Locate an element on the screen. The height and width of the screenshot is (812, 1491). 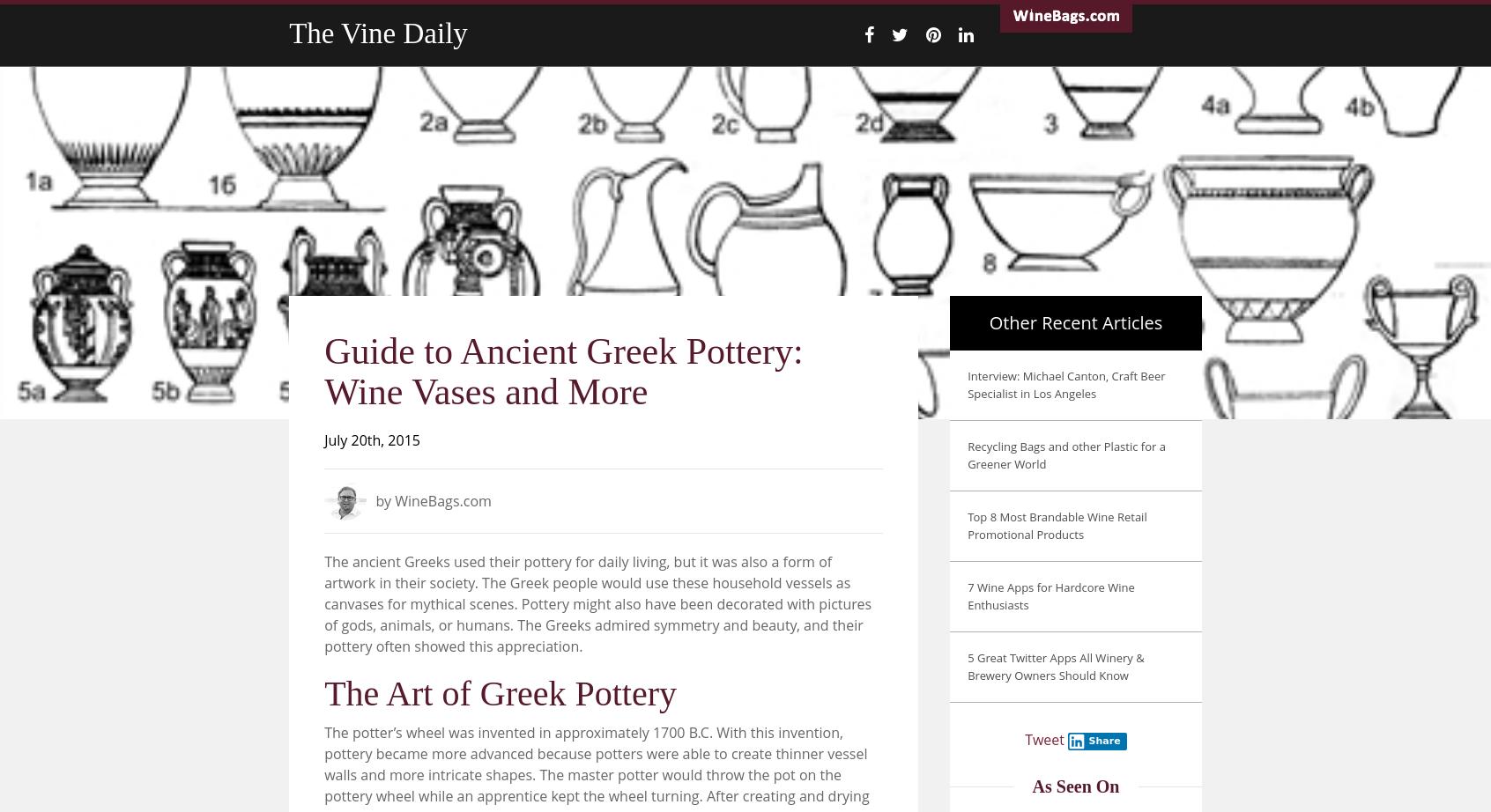
'5 Great Twitter Apps All Winery & Brewery Owners Should Know' is located at coordinates (967, 665).